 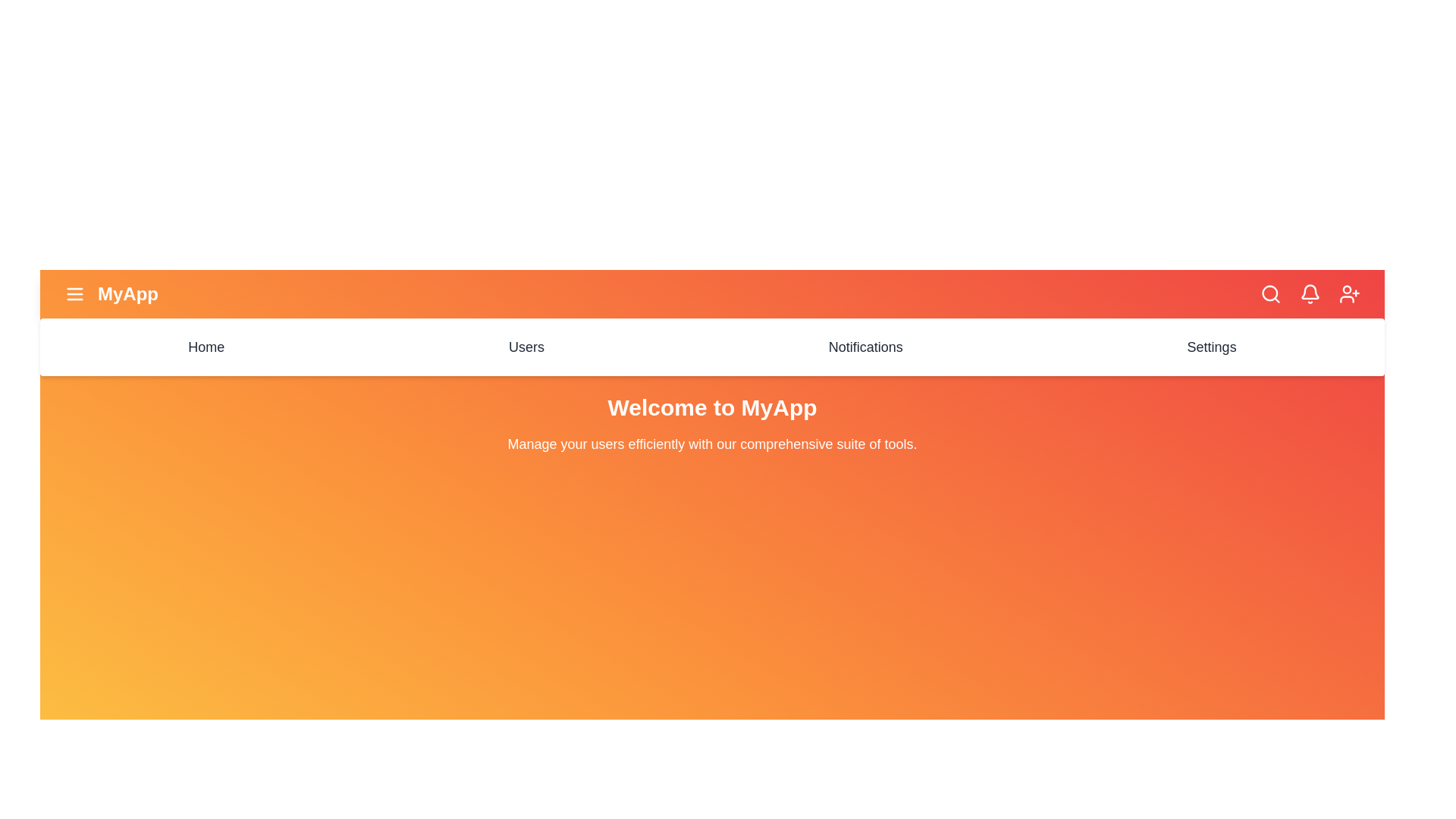 I want to click on the search icon in the header, so click(x=1270, y=294).